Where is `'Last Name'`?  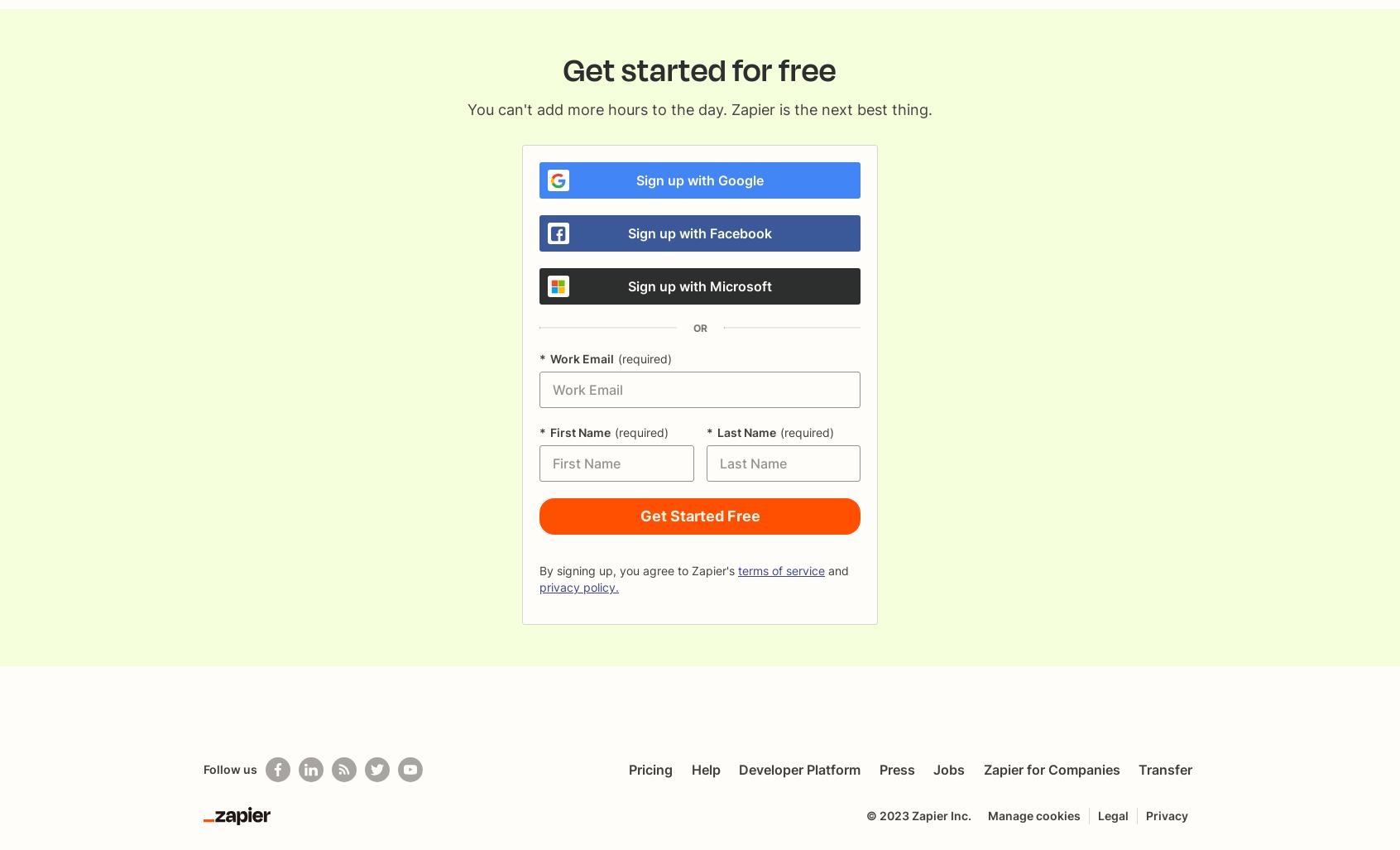 'Last Name' is located at coordinates (745, 431).